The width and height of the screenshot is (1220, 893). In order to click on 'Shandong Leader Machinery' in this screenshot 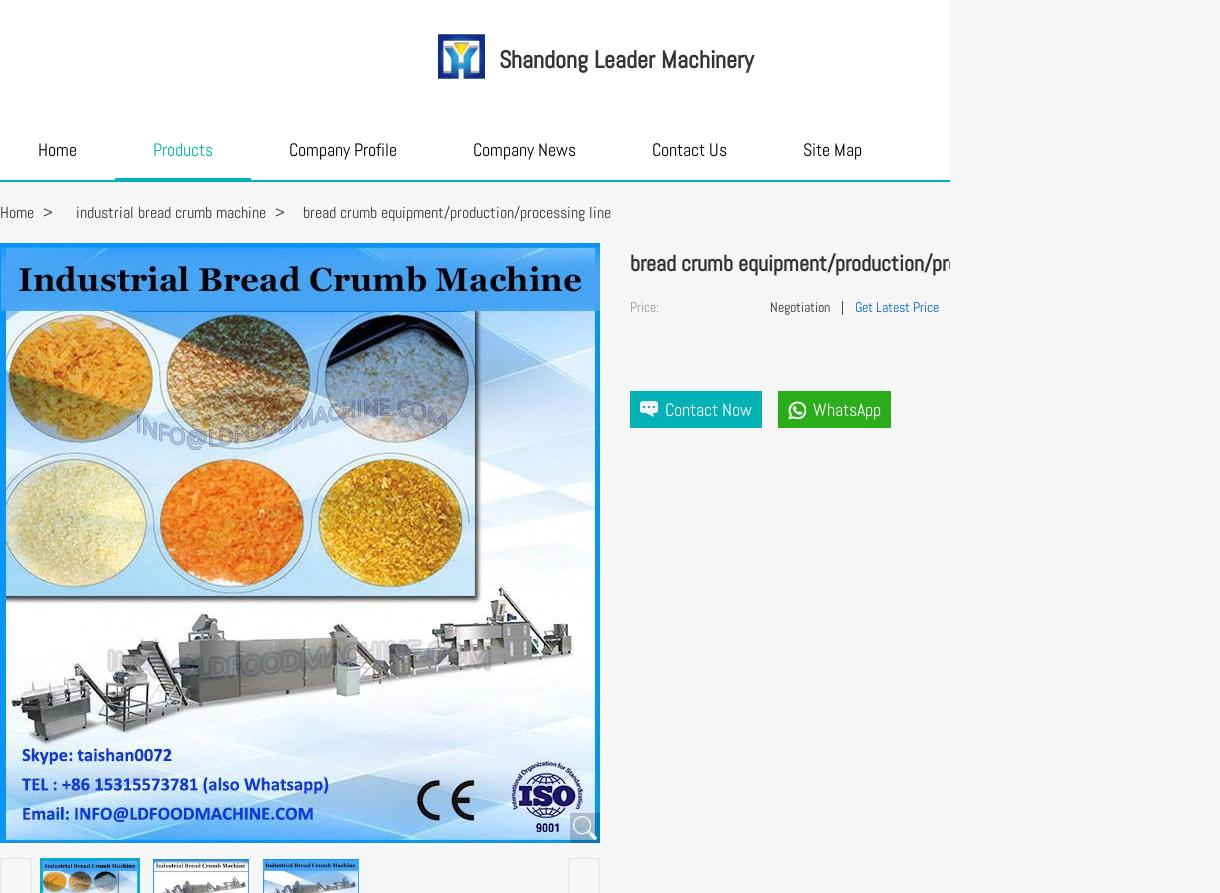, I will do `click(625, 59)`.